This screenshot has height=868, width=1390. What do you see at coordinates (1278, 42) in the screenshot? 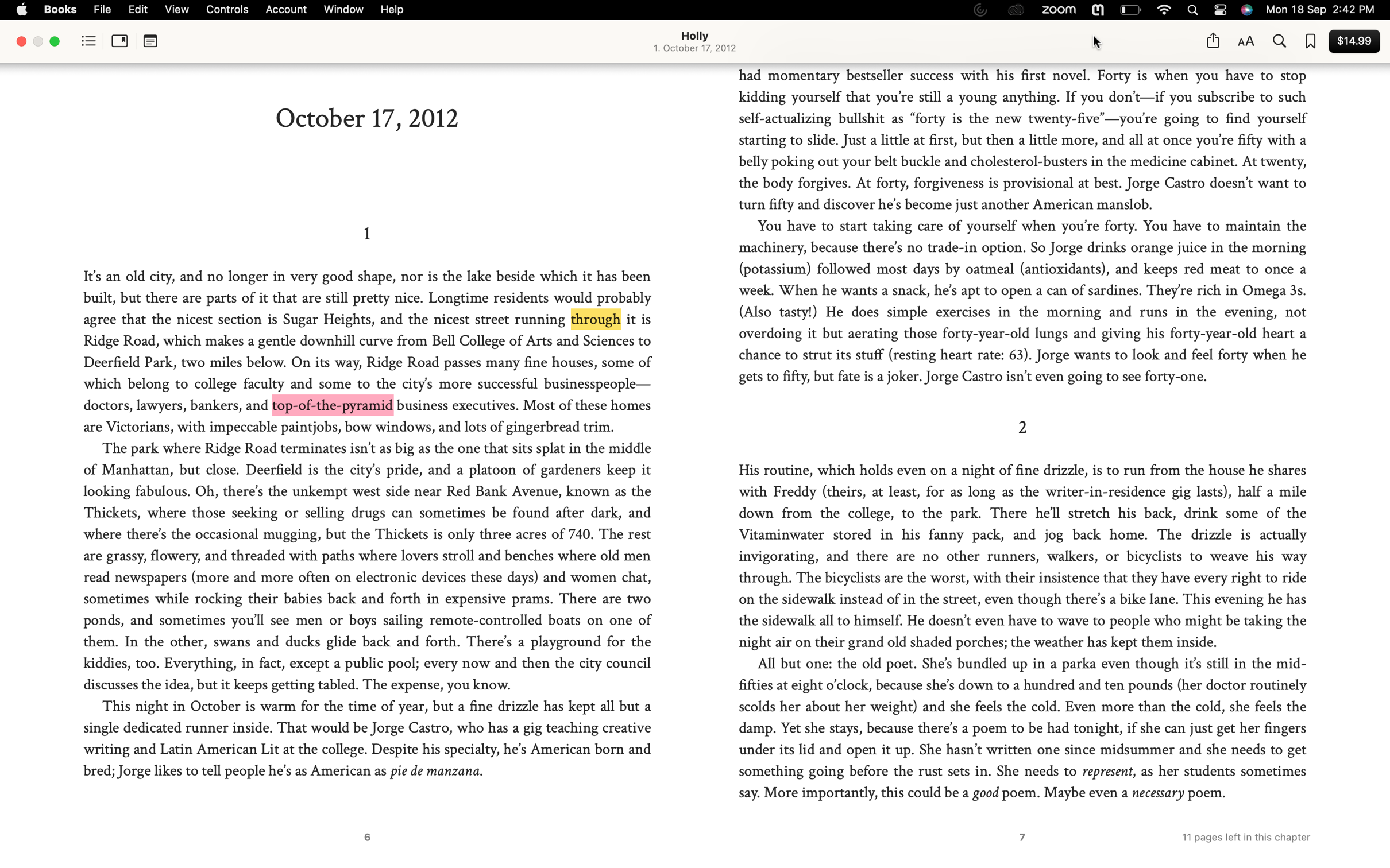
I see `Search for "angry" in the book` at bounding box center [1278, 42].